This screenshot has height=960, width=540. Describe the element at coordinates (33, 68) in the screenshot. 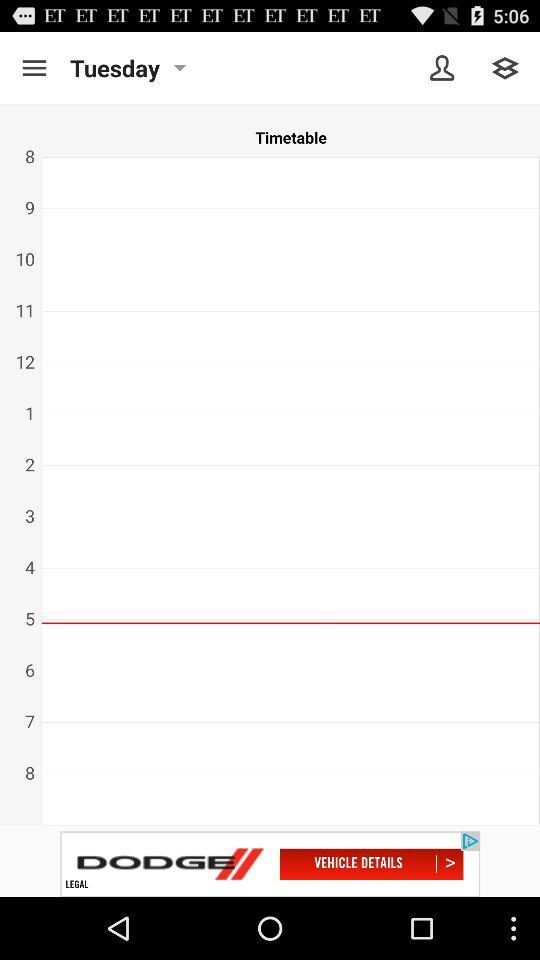

I see `menu pega` at that location.